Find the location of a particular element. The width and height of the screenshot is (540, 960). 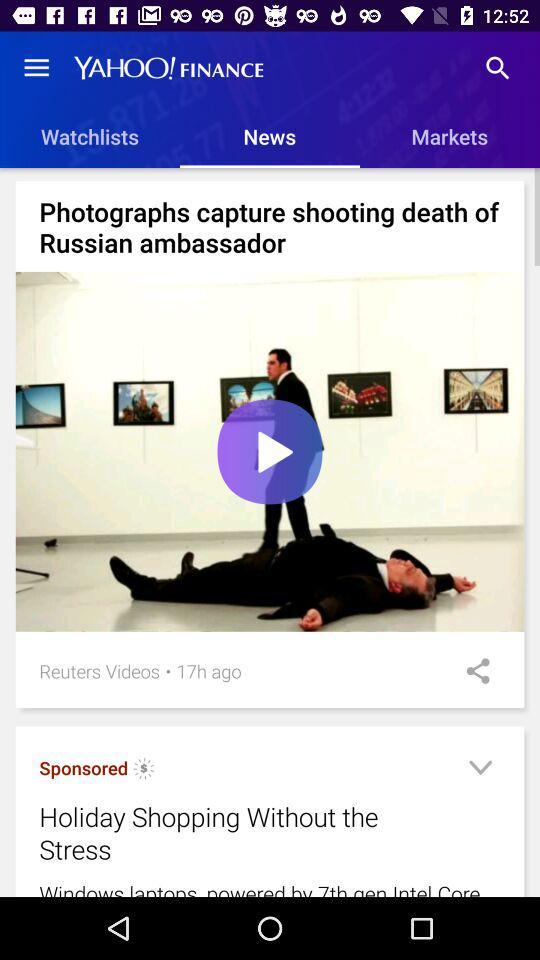

the item next to the reuters videos item is located at coordinates (167, 671).